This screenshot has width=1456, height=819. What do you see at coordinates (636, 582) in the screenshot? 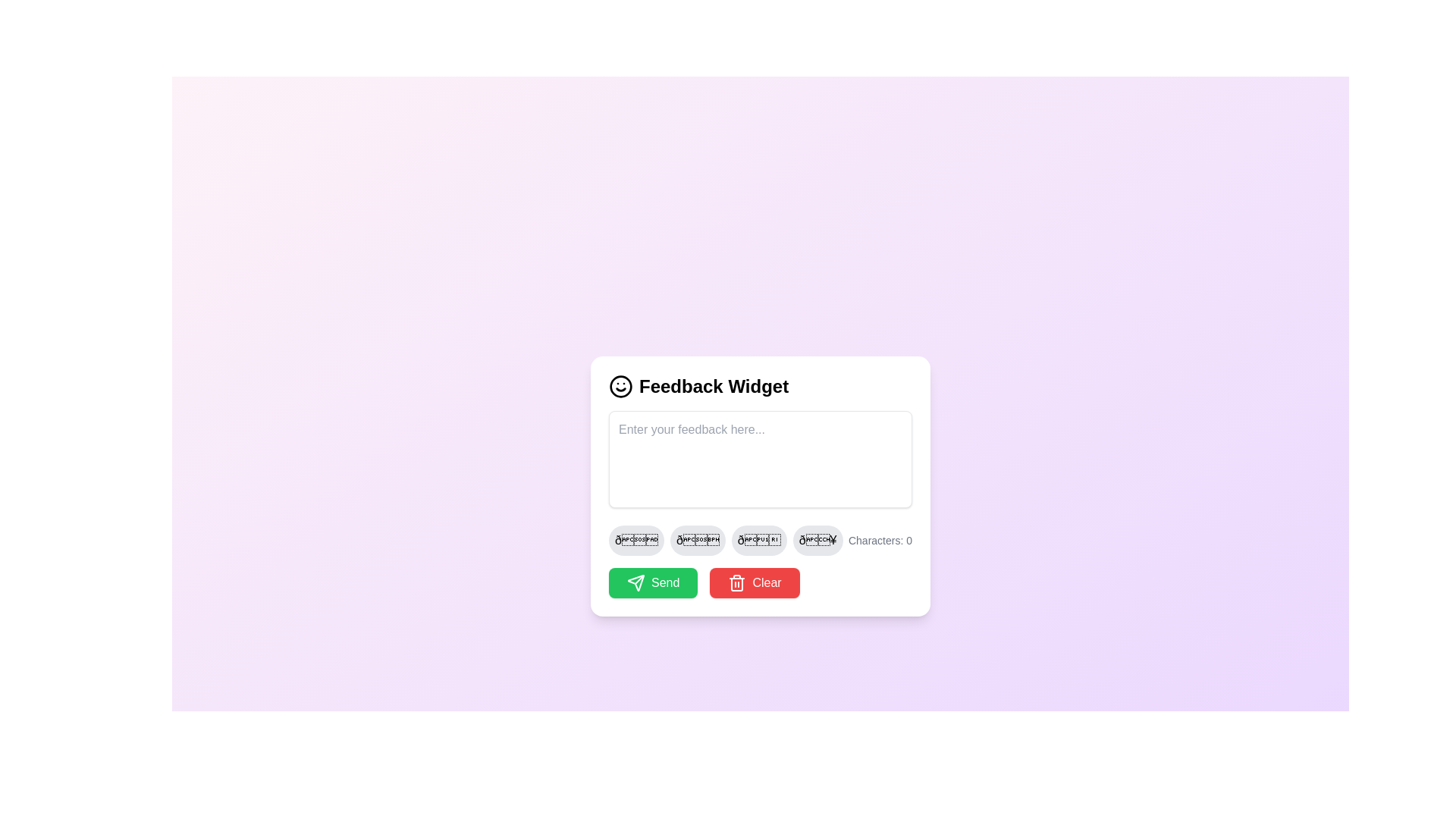
I see `the 'Send' icon within the green button located below the feedback input field` at bounding box center [636, 582].